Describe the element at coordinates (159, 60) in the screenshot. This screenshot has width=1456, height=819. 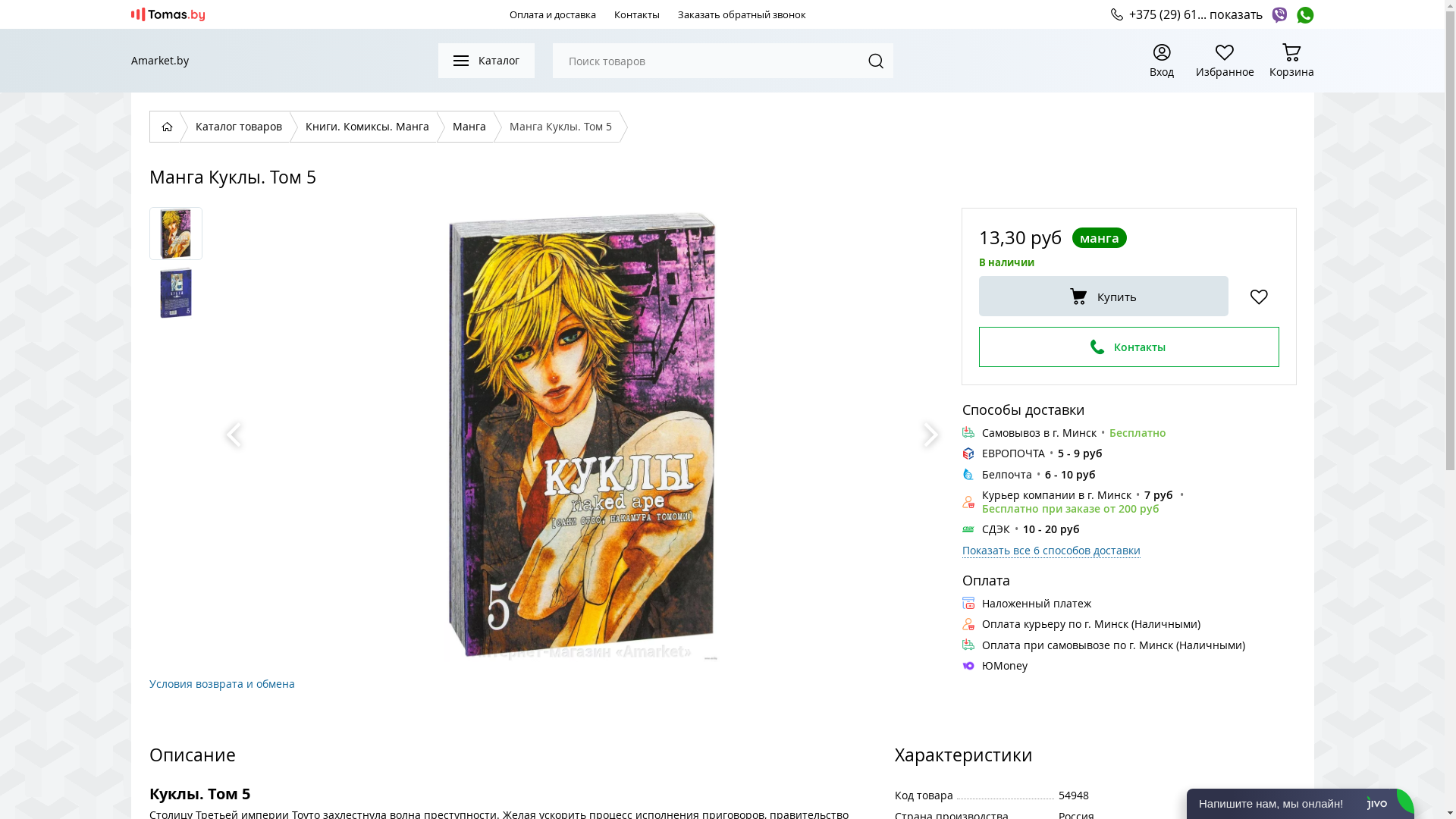
I see `'Amarket.by'` at that location.